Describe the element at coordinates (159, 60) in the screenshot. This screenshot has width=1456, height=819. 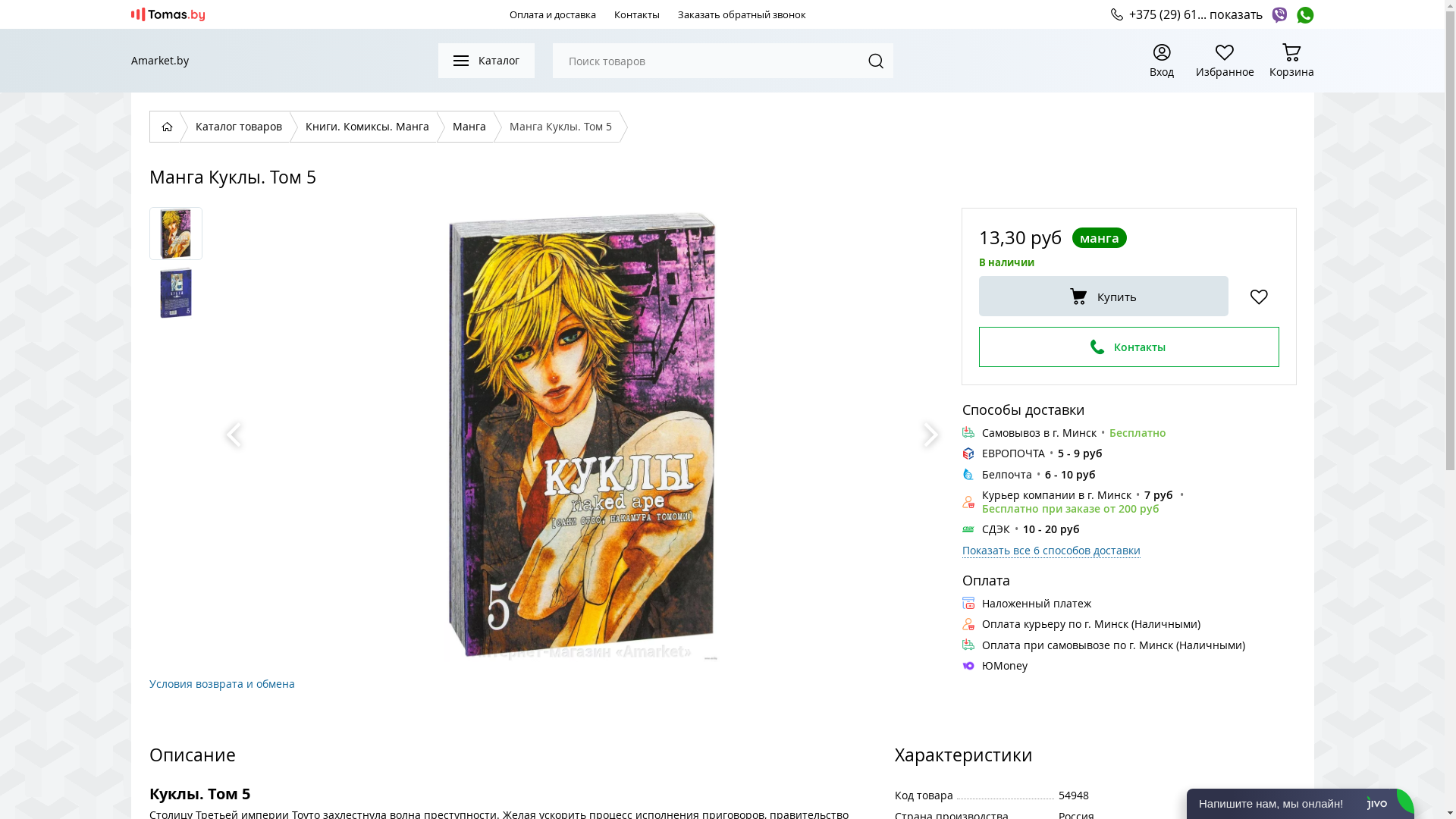
I see `'Amarket.by'` at that location.